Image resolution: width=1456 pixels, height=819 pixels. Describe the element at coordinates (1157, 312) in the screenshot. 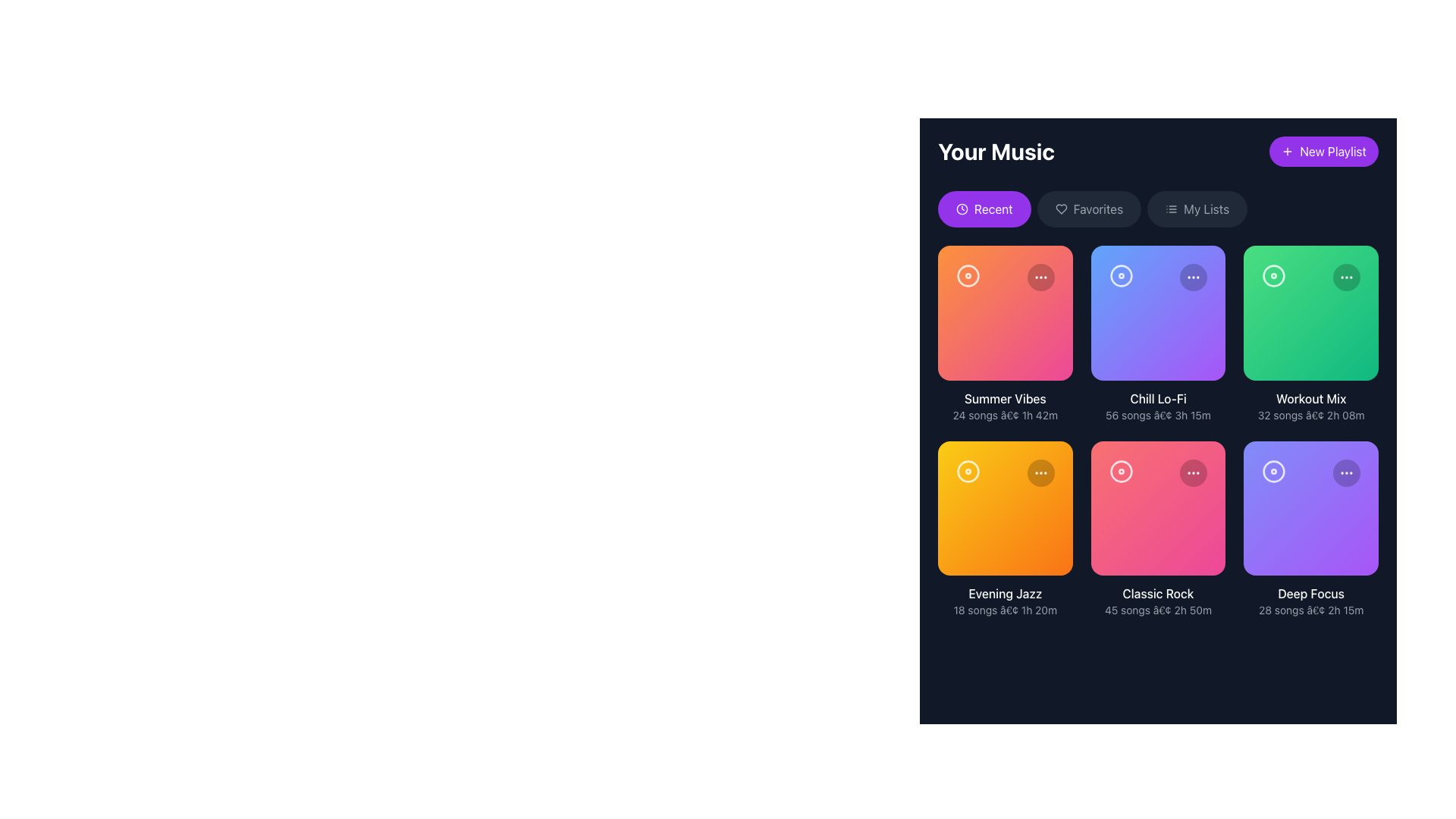

I see `the 'Chill Lo-Fi' playlist card, which is the middle item in the top row of the grid layout` at that location.